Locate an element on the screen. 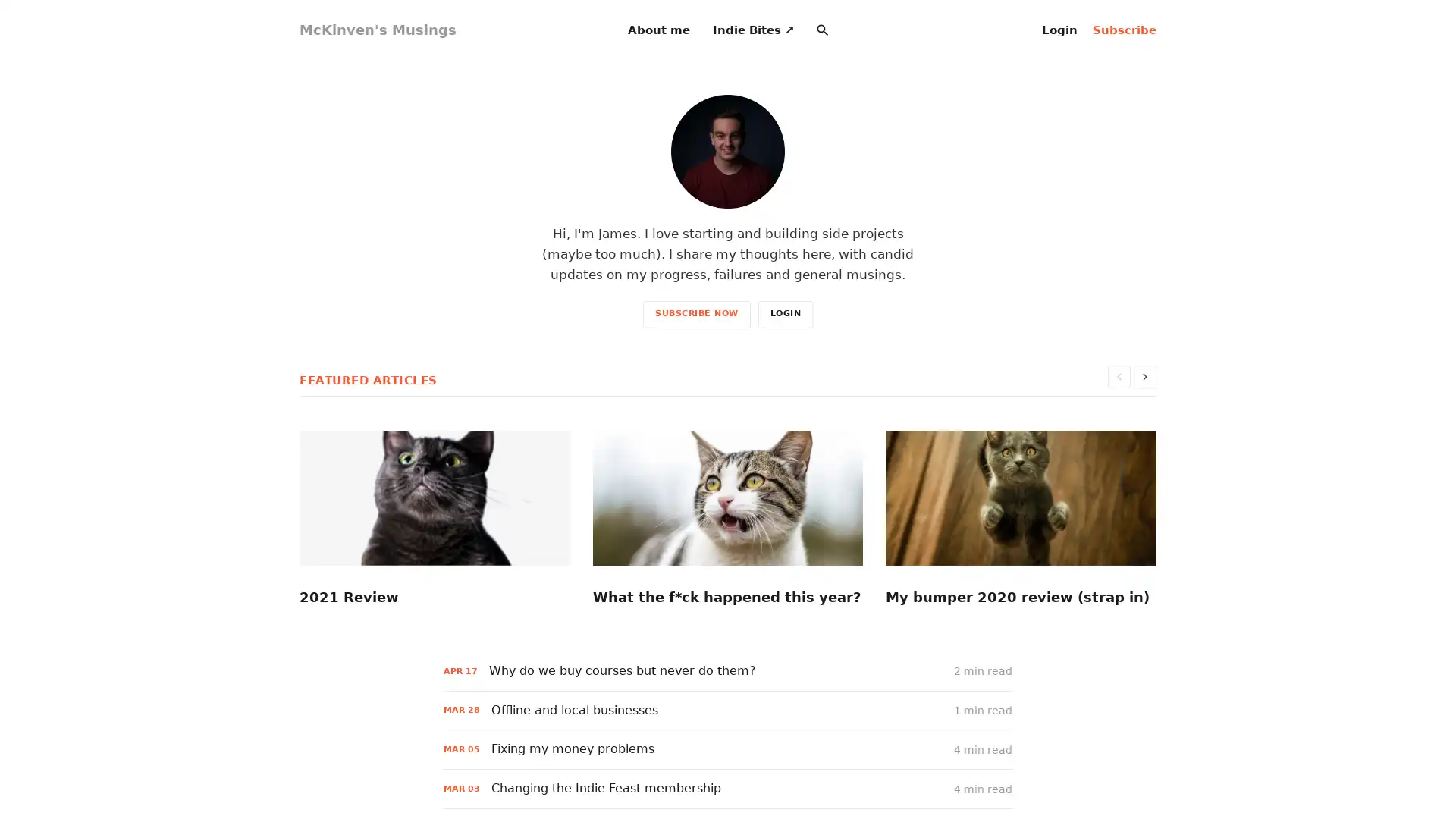 The height and width of the screenshot is (819, 1456). Subscribe is located at coordinates (1125, 30).